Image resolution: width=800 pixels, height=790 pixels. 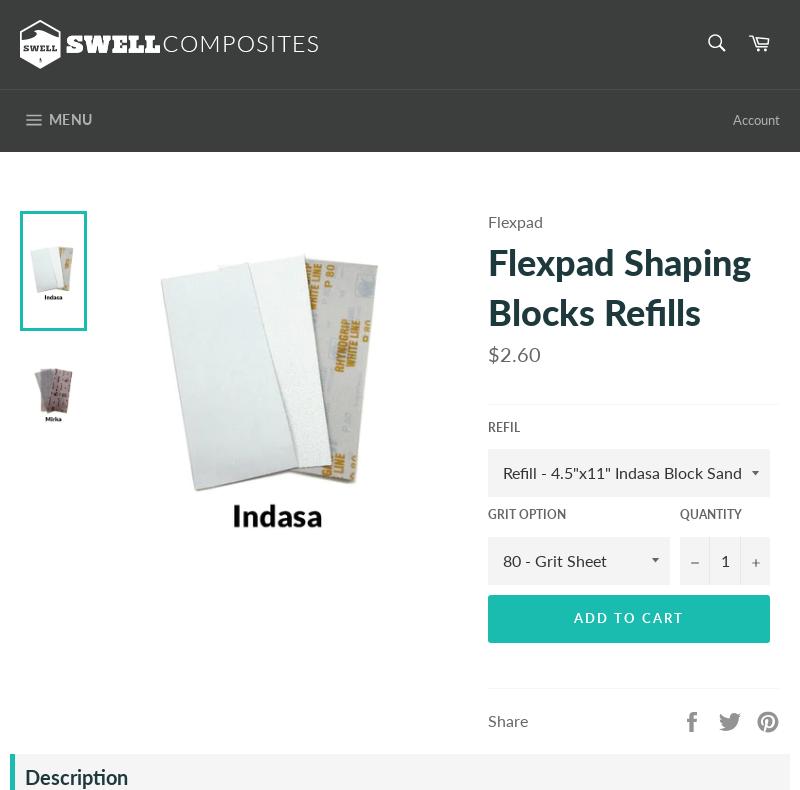 What do you see at coordinates (680, 514) in the screenshot?
I see `'Quantity'` at bounding box center [680, 514].